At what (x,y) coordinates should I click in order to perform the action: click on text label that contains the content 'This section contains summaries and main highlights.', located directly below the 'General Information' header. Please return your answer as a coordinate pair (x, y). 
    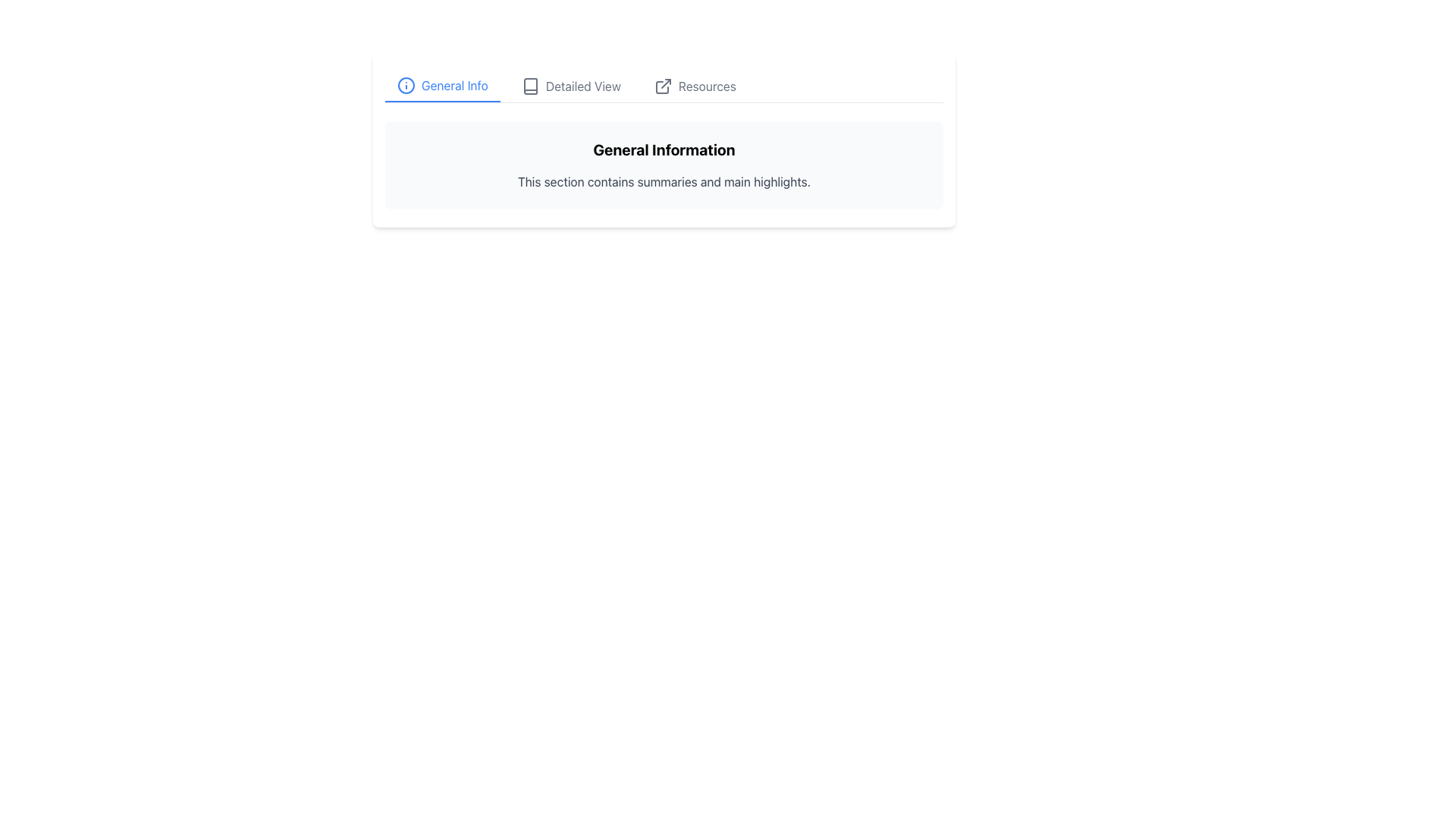
    Looking at the image, I should click on (664, 180).